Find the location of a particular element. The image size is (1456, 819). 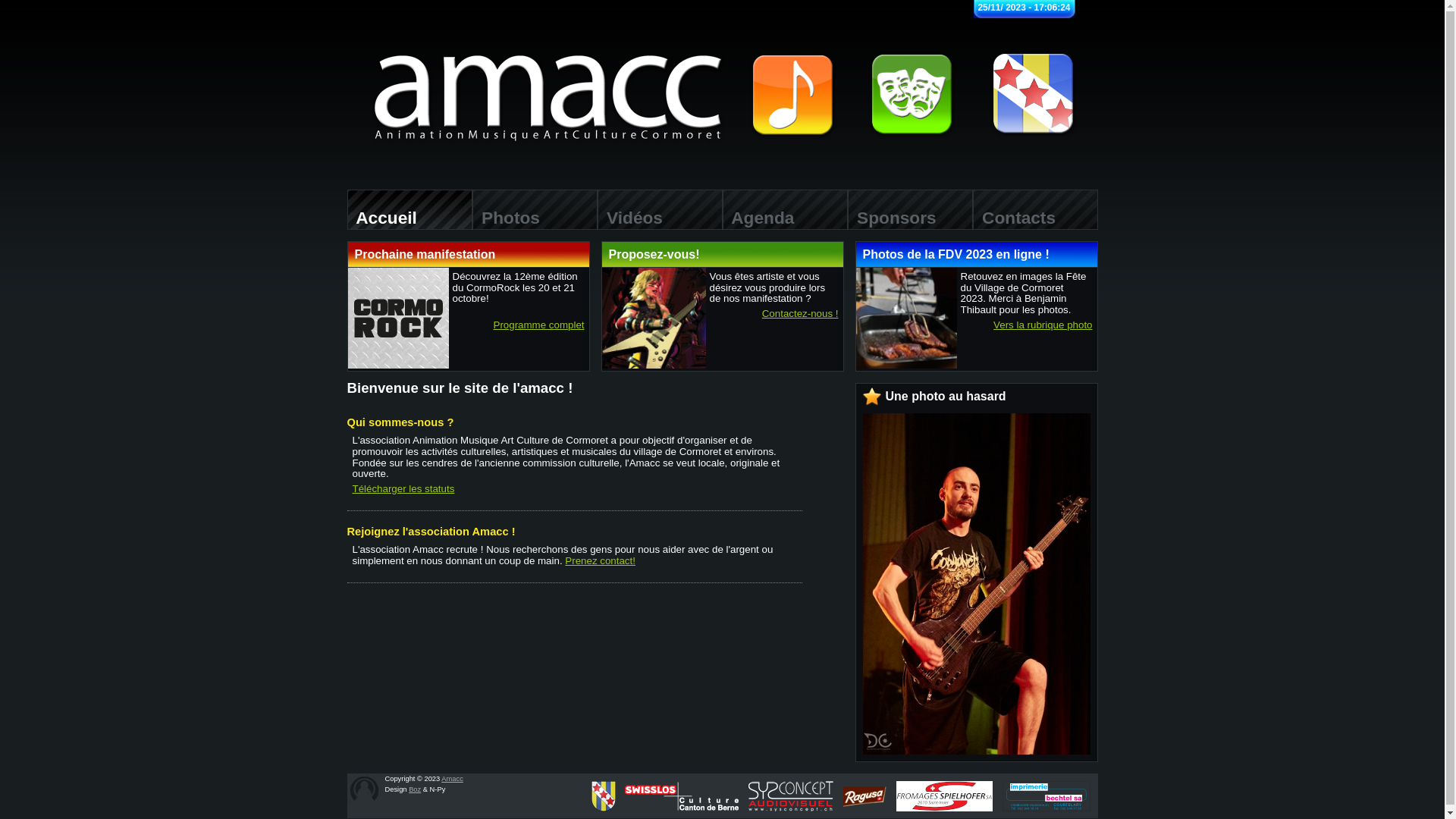

'Amacc' is located at coordinates (451, 778).